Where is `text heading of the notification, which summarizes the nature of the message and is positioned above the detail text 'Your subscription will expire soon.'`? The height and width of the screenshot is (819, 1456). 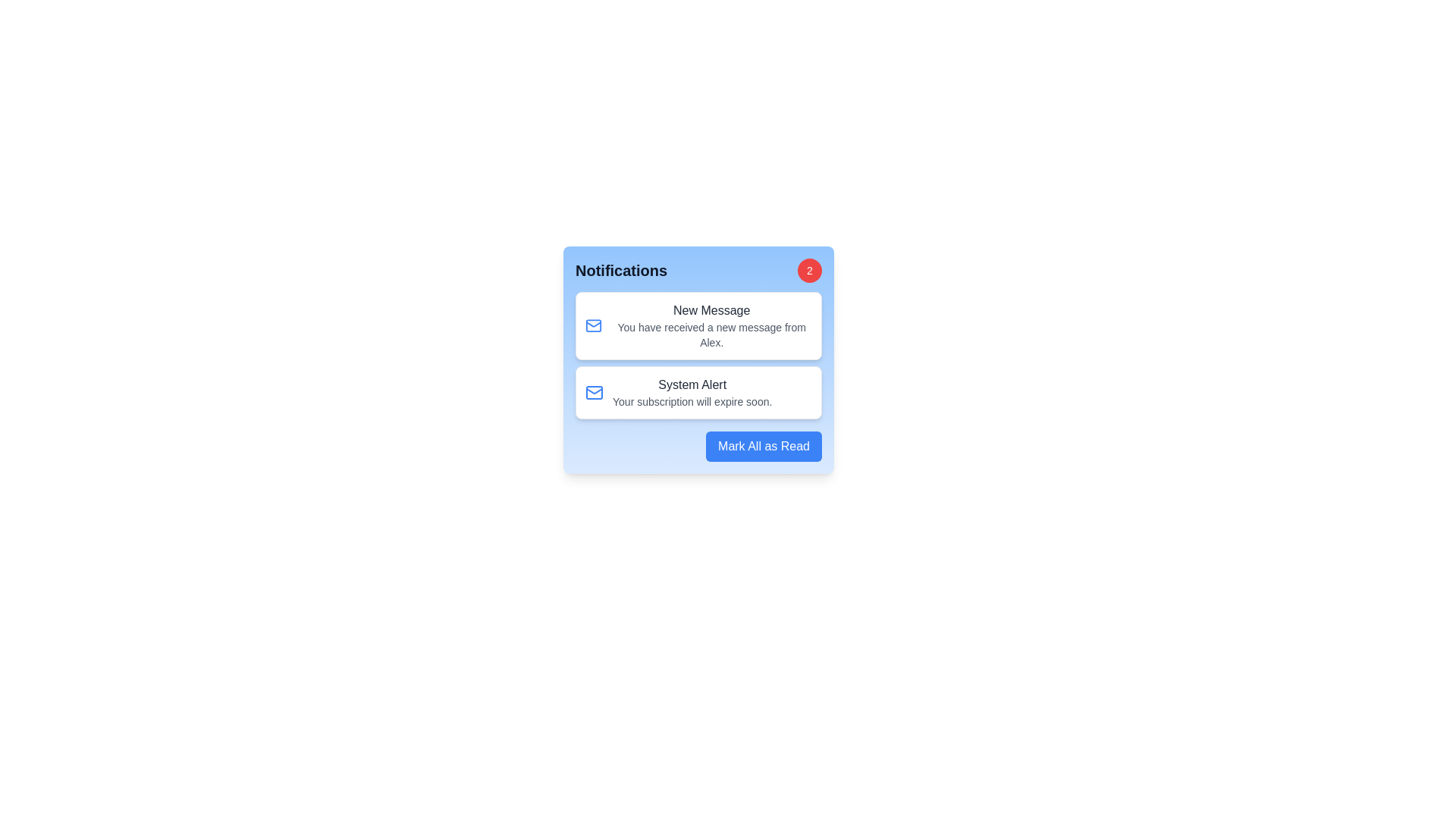 text heading of the notification, which summarizes the nature of the message and is positioned above the detail text 'Your subscription will expire soon.' is located at coordinates (692, 384).